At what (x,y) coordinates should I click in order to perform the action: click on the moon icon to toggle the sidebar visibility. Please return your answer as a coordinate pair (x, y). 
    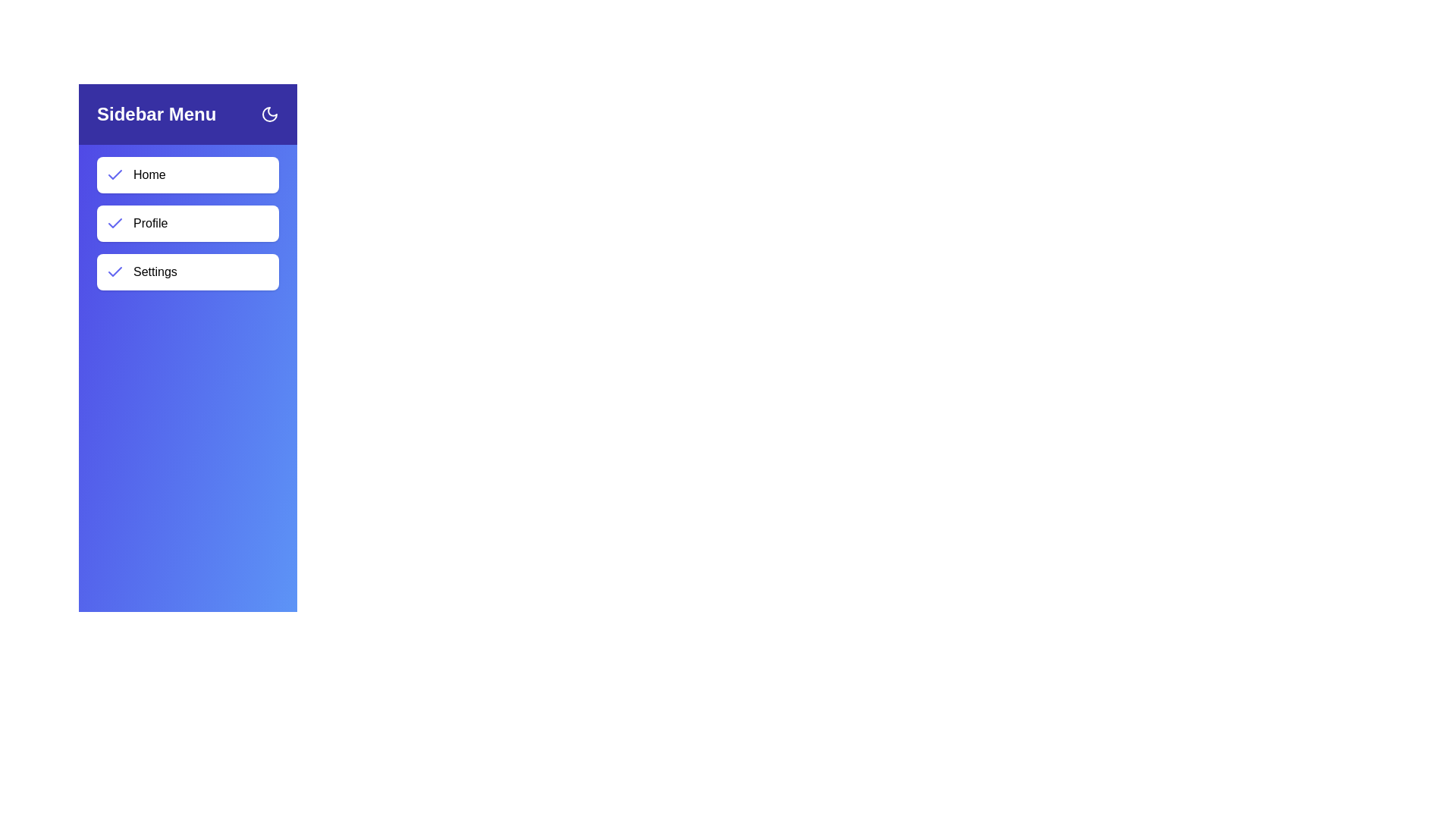
    Looking at the image, I should click on (269, 113).